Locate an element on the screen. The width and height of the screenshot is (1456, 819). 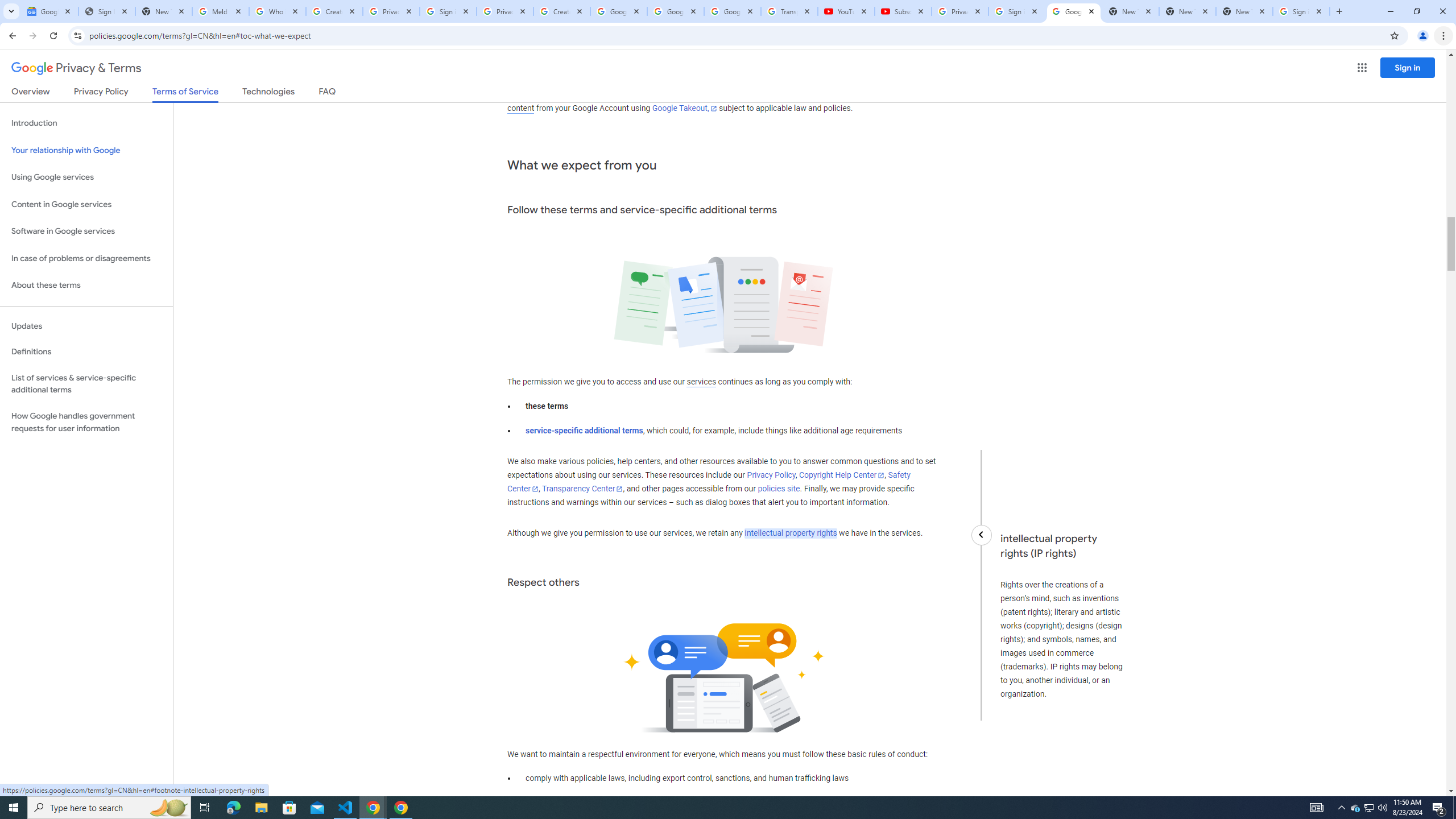
'Who is my administrator? - Google Account Help' is located at coordinates (278, 11).